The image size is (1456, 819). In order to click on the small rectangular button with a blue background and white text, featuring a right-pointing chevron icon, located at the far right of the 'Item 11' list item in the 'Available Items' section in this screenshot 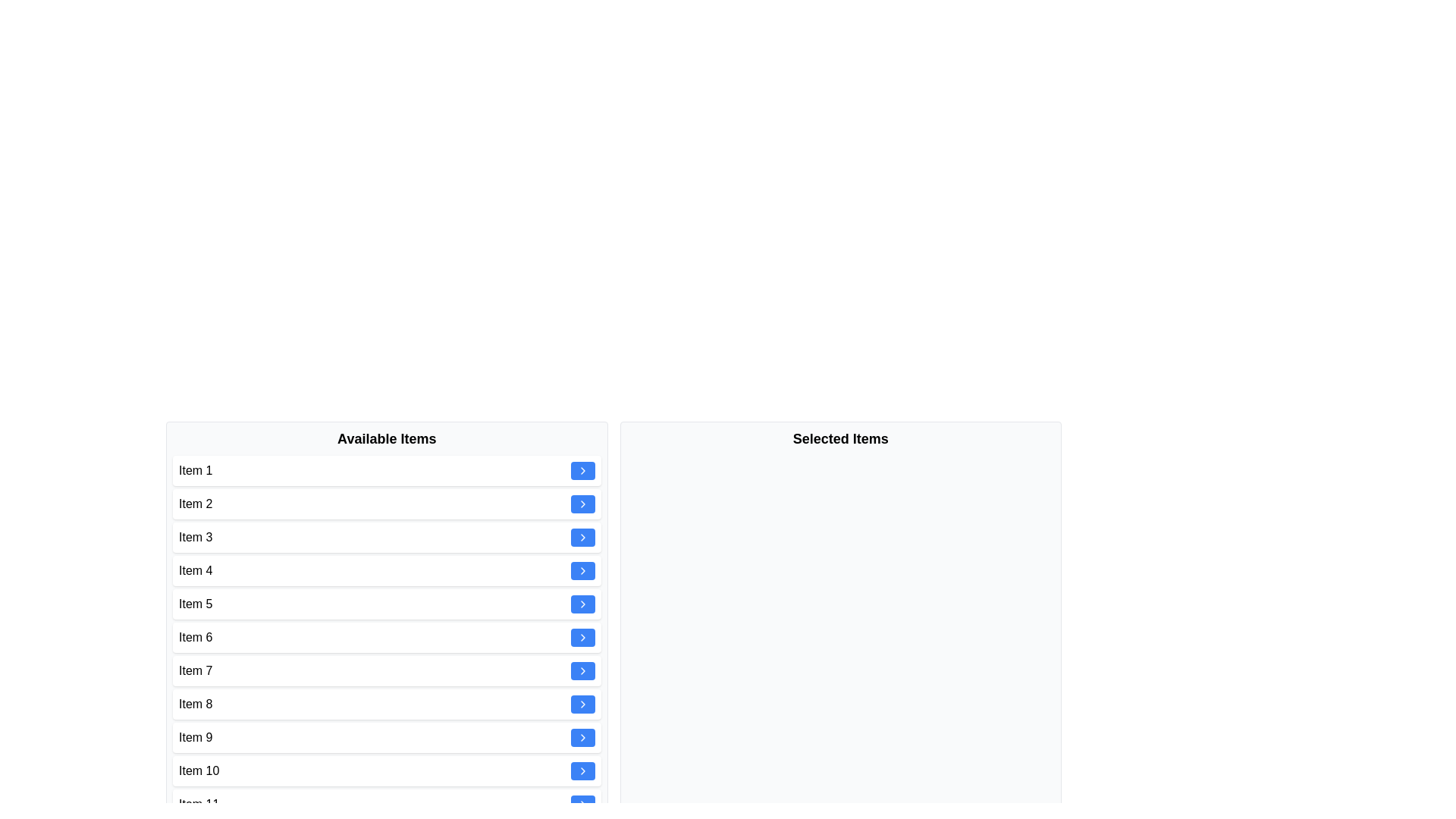, I will do `click(582, 803)`.